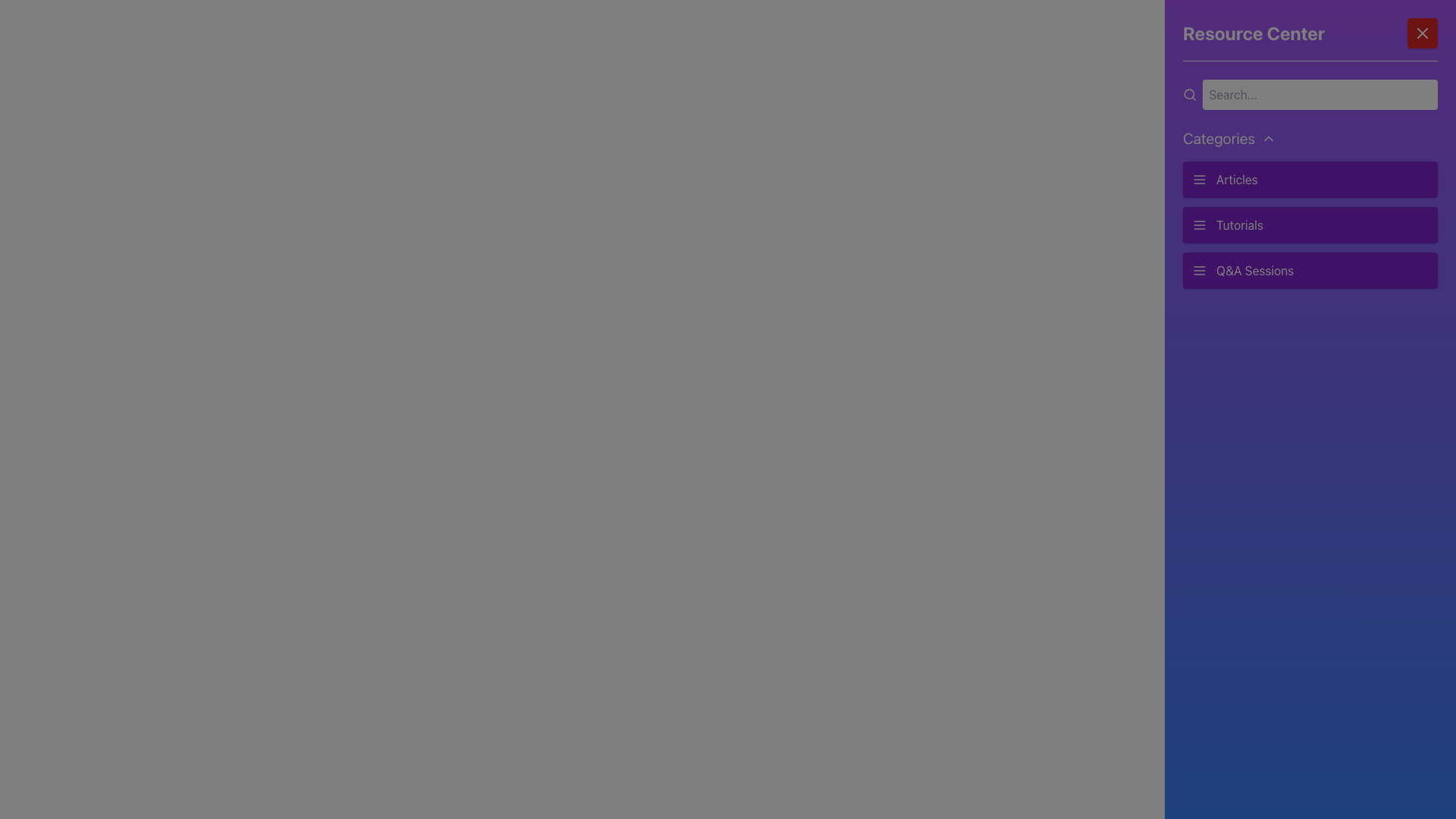 The image size is (1456, 819). Describe the element at coordinates (1310, 38) in the screenshot. I see `text content of the header located at the top of the right-hand vertical panel, which serves as a title for the surrounding panel content` at that location.